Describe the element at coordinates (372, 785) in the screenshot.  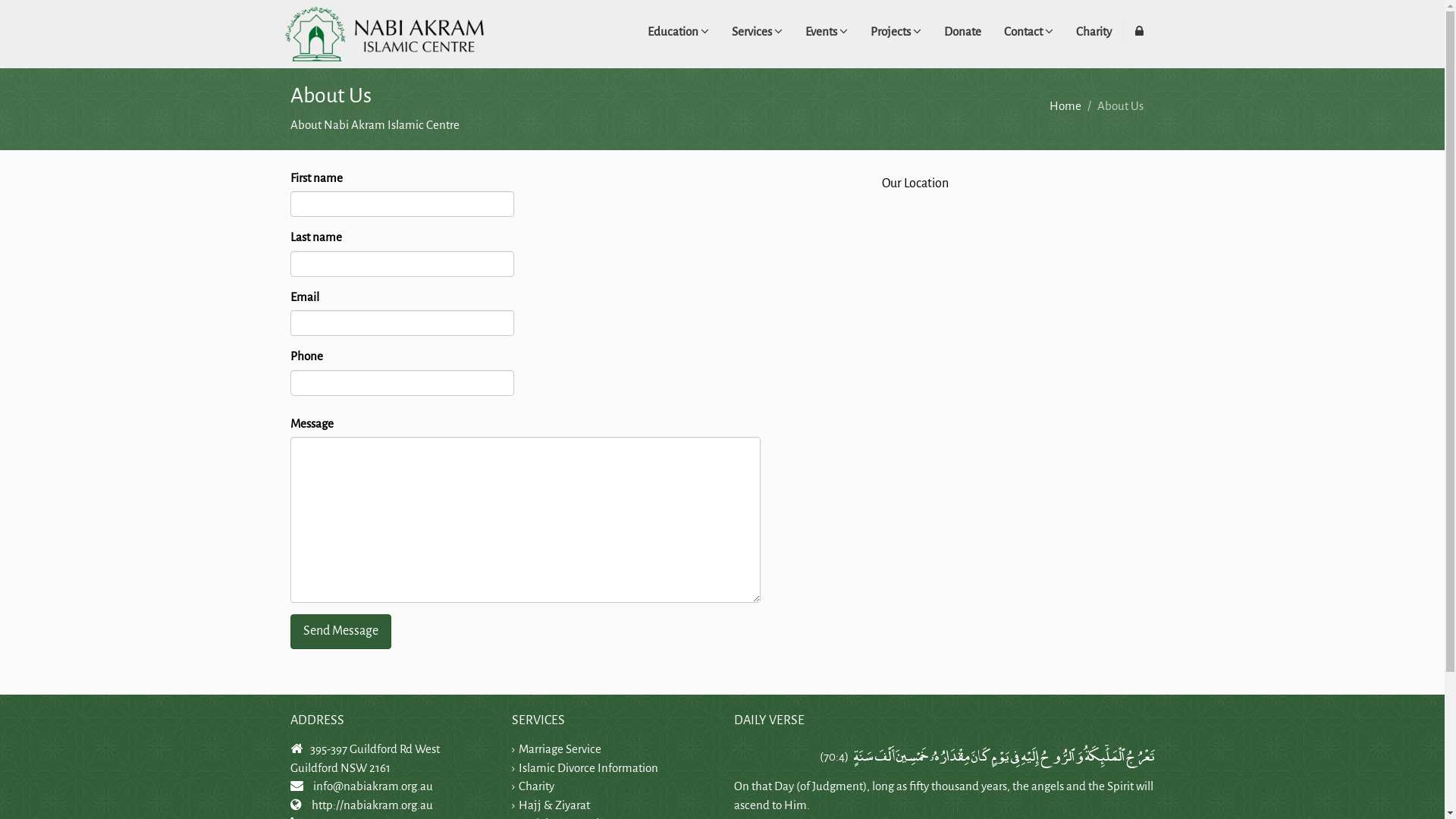
I see `'info@nabiakram.org.au'` at that location.